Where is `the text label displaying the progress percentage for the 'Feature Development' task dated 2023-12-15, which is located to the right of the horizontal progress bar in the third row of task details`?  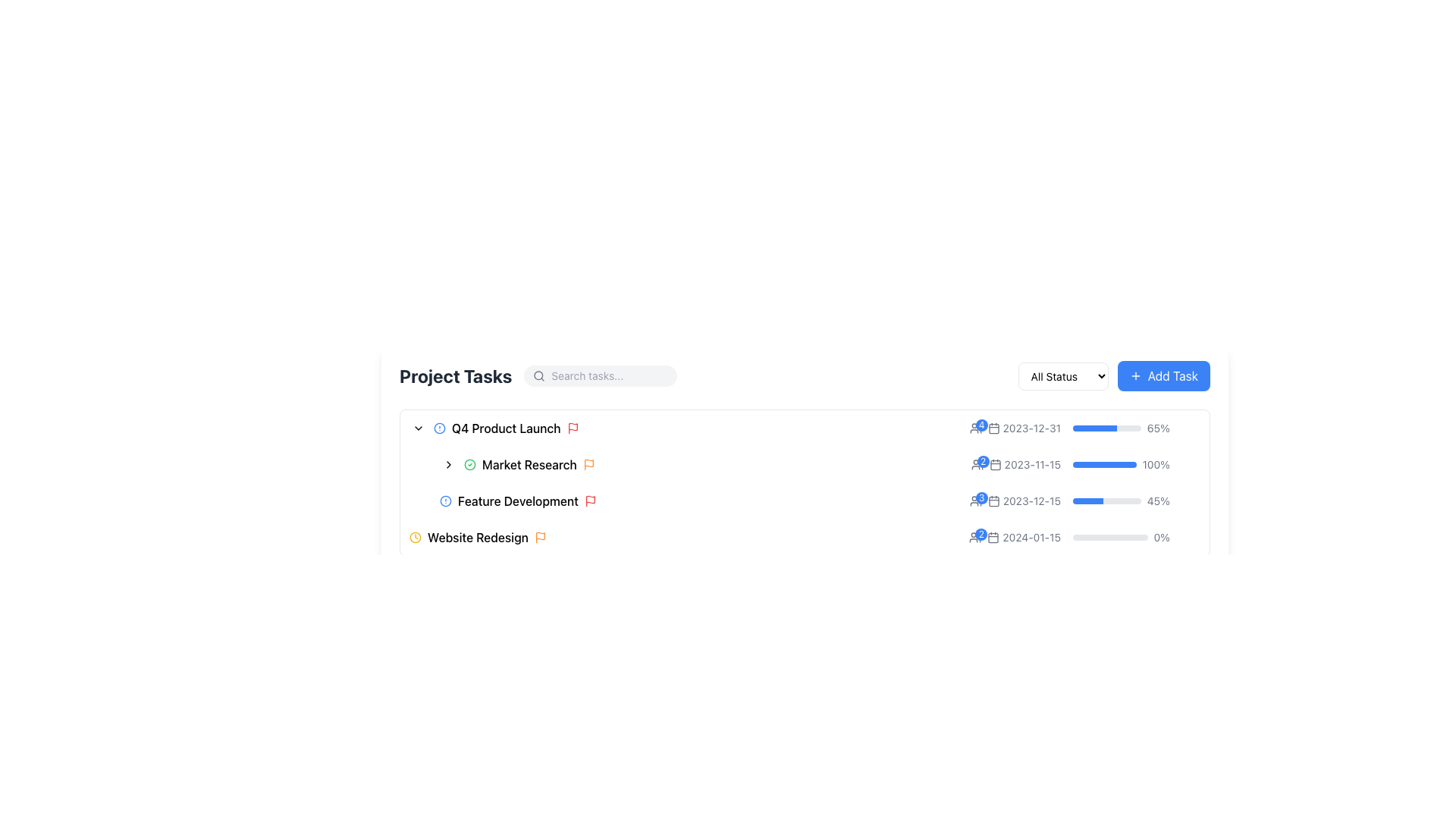
the text label displaying the progress percentage for the 'Feature Development' task dated 2023-12-15, which is located to the right of the horizontal progress bar in the third row of task details is located at coordinates (1157, 500).